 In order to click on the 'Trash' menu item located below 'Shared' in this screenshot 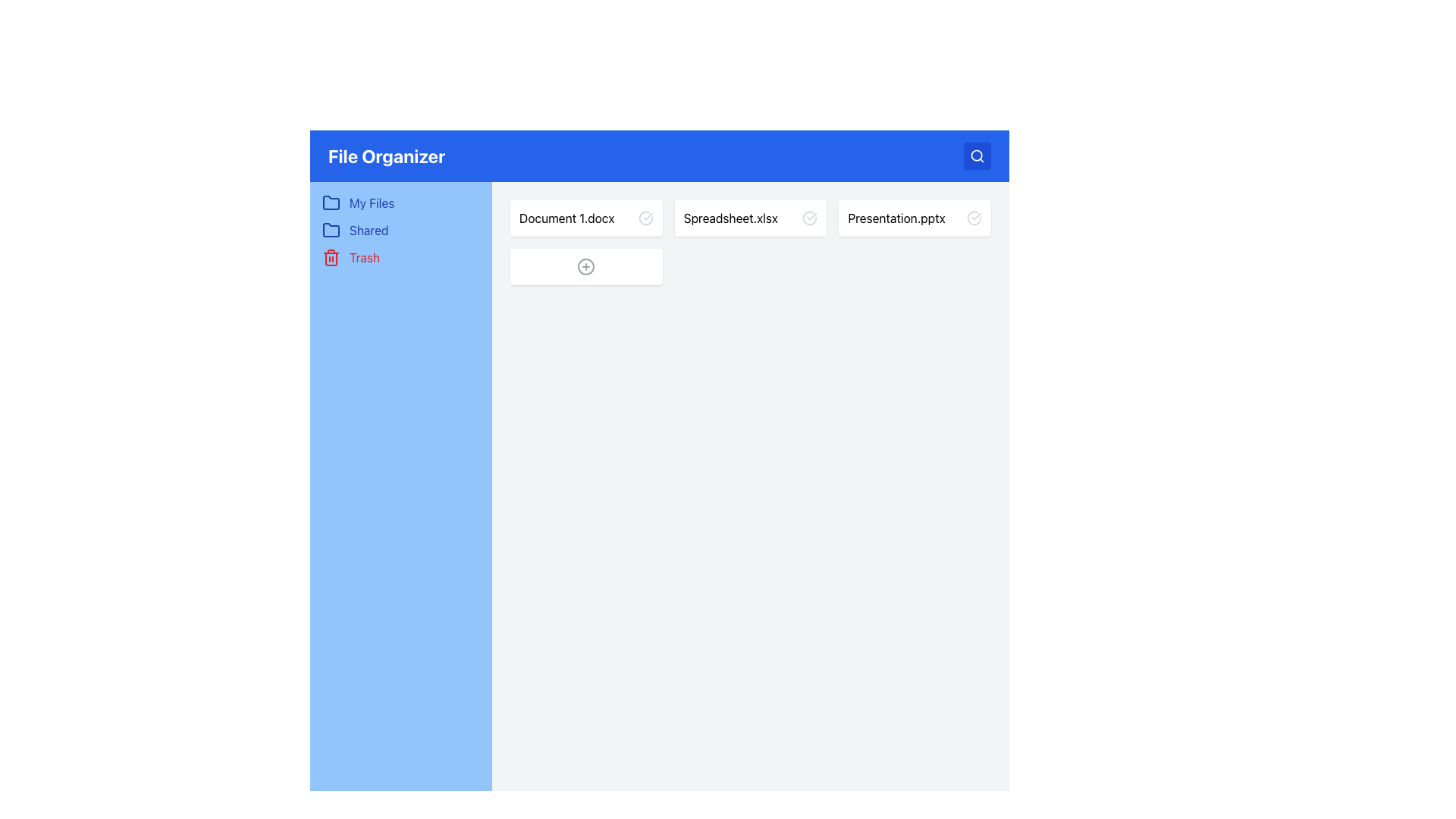, I will do `click(400, 256)`.